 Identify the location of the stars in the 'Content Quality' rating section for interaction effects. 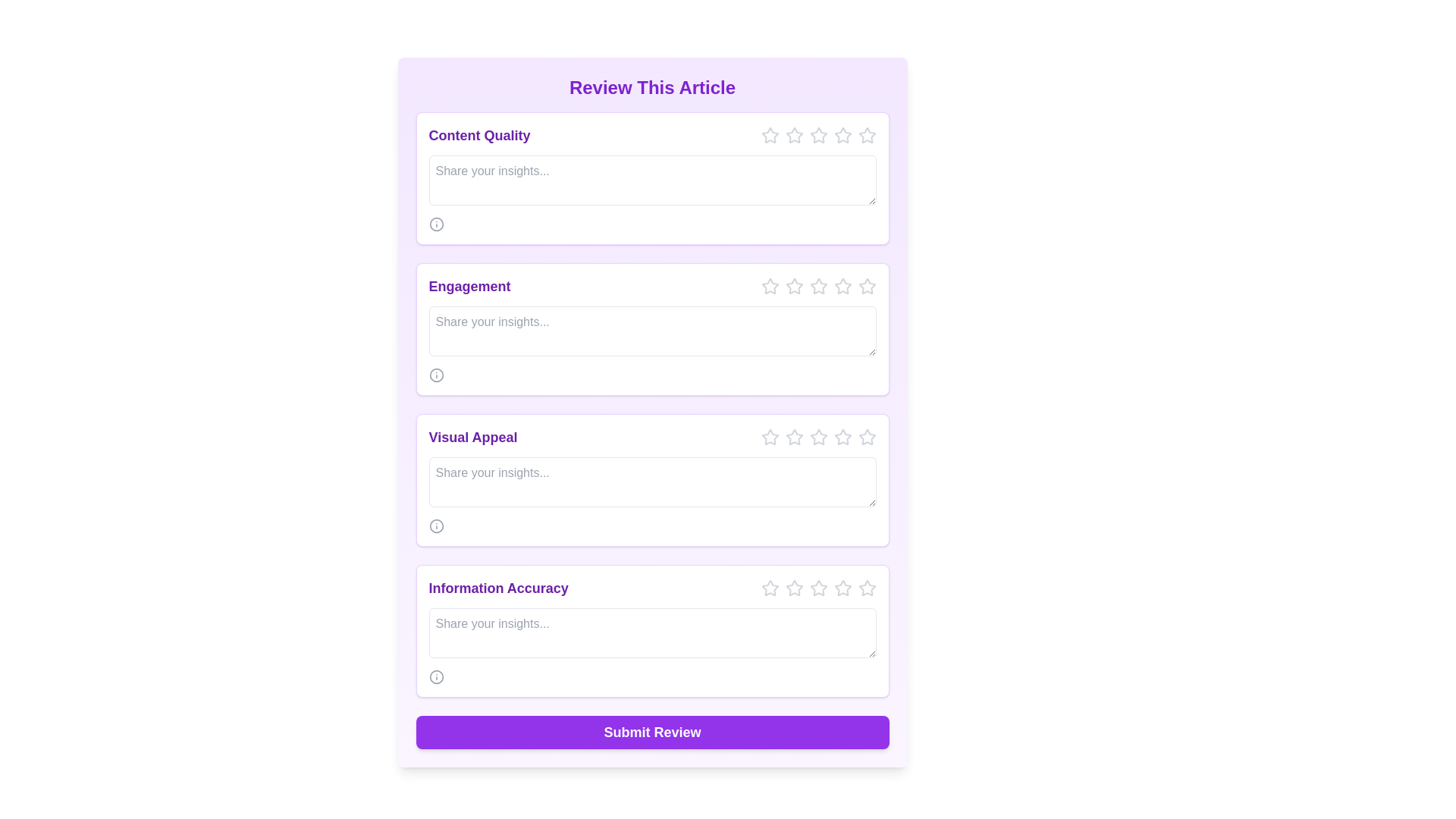
(652, 134).